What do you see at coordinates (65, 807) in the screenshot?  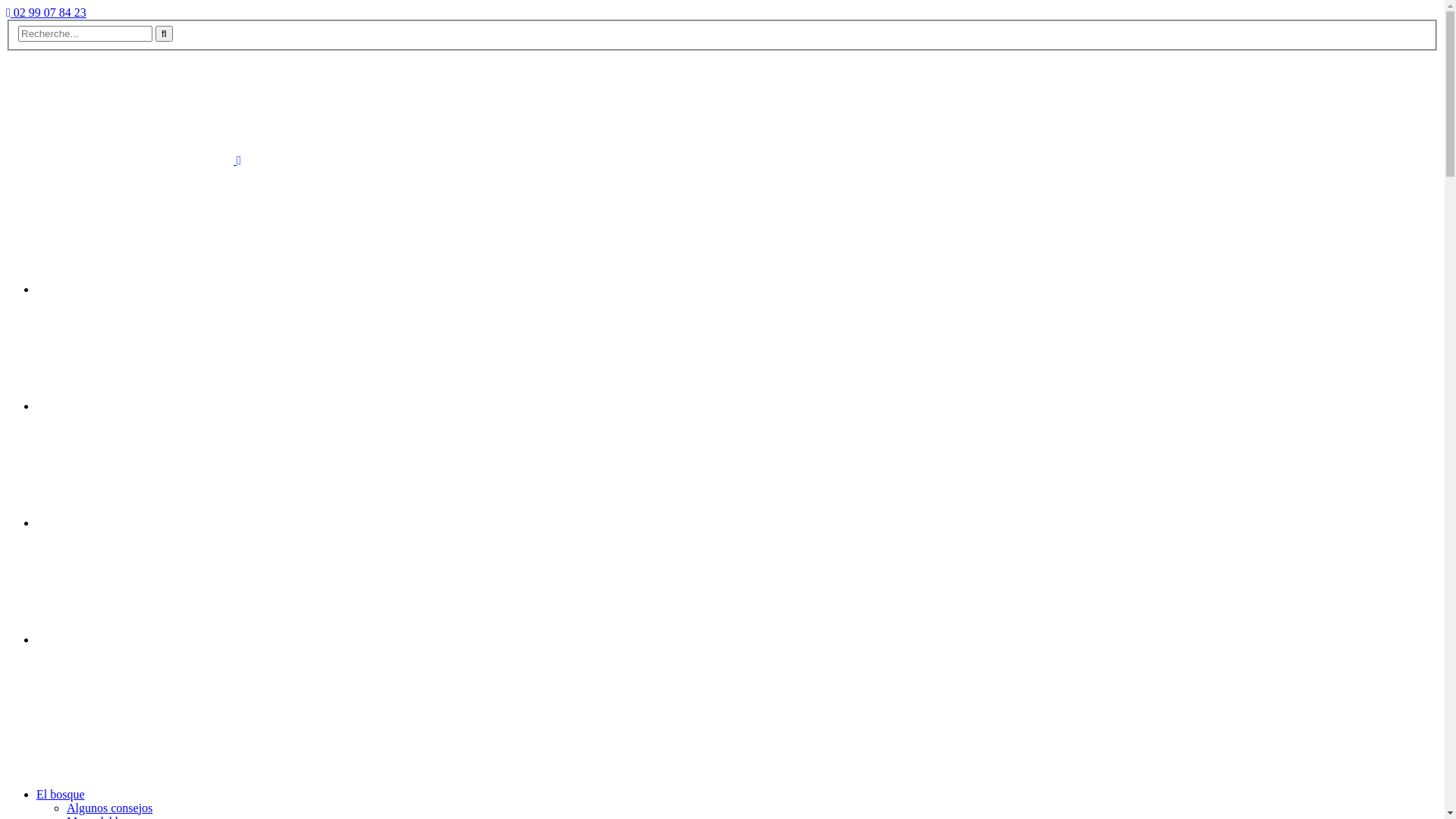 I see `'Algunos consejos'` at bounding box center [65, 807].